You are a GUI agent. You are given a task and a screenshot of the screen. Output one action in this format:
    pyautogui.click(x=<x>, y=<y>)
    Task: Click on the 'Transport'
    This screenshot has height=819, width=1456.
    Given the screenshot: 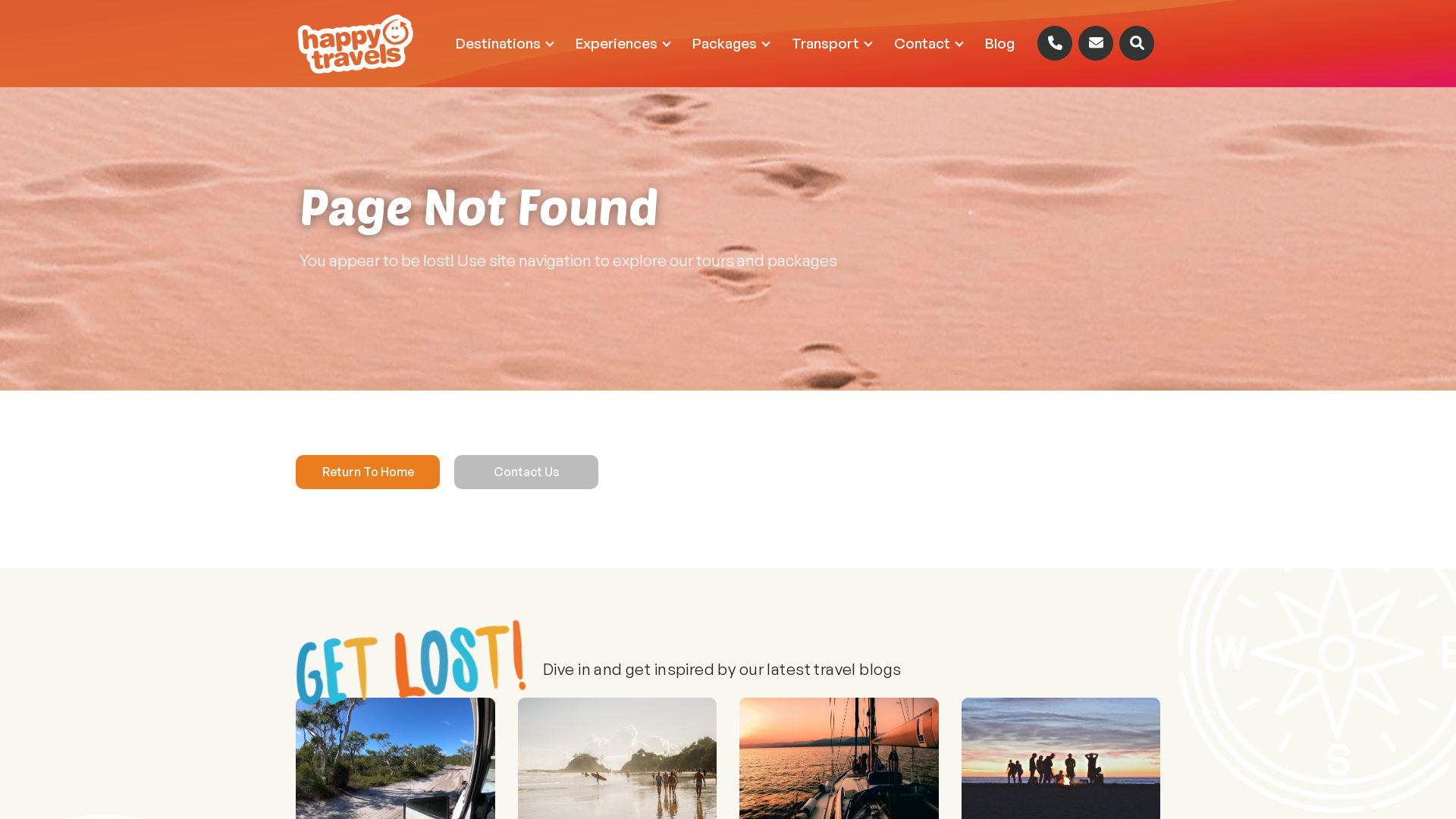 What is the action you would take?
    pyautogui.click(x=830, y=42)
    